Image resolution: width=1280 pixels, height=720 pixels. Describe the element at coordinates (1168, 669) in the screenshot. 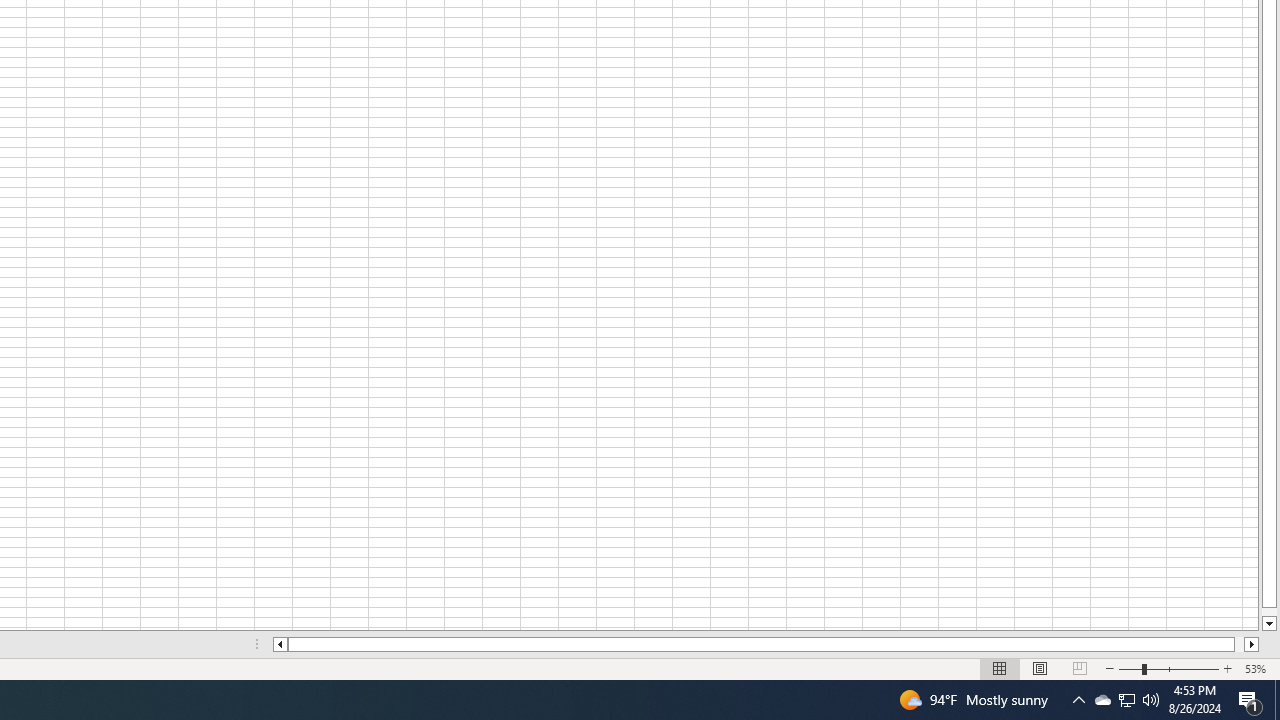

I see `'Zoom'` at that location.